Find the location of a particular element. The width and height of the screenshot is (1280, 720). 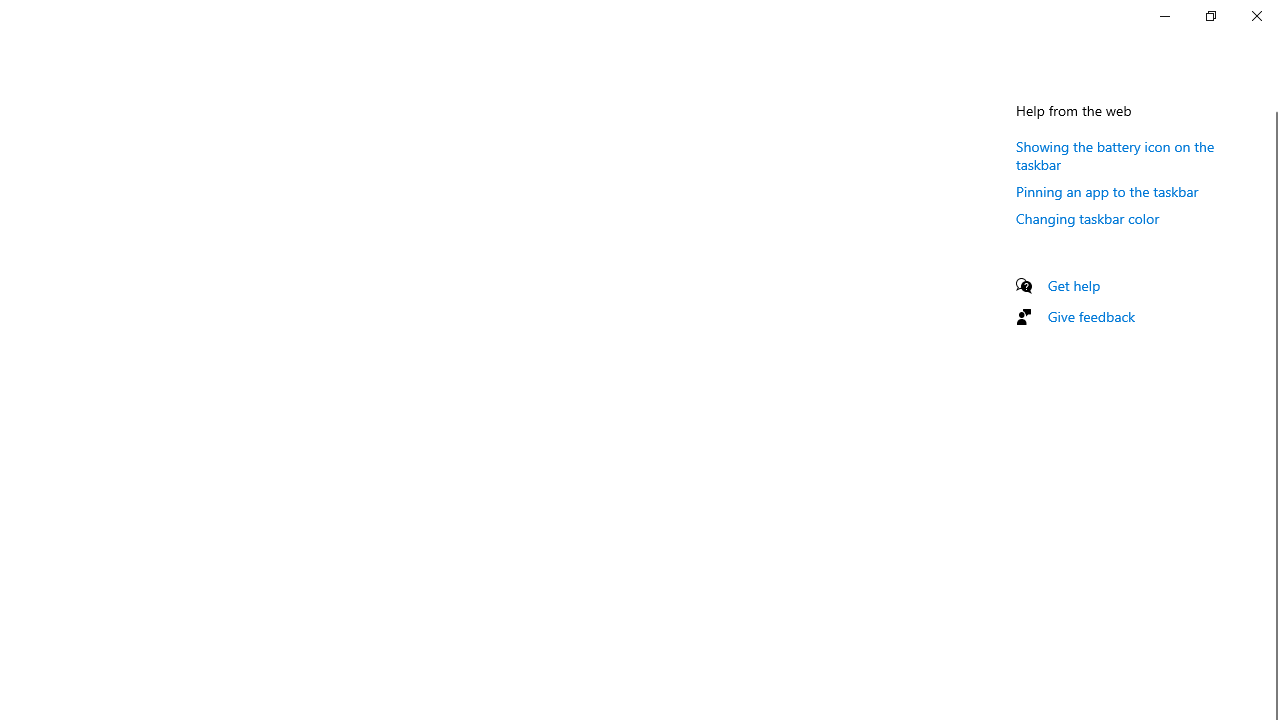

'Minimize Settings' is located at coordinates (1164, 15).